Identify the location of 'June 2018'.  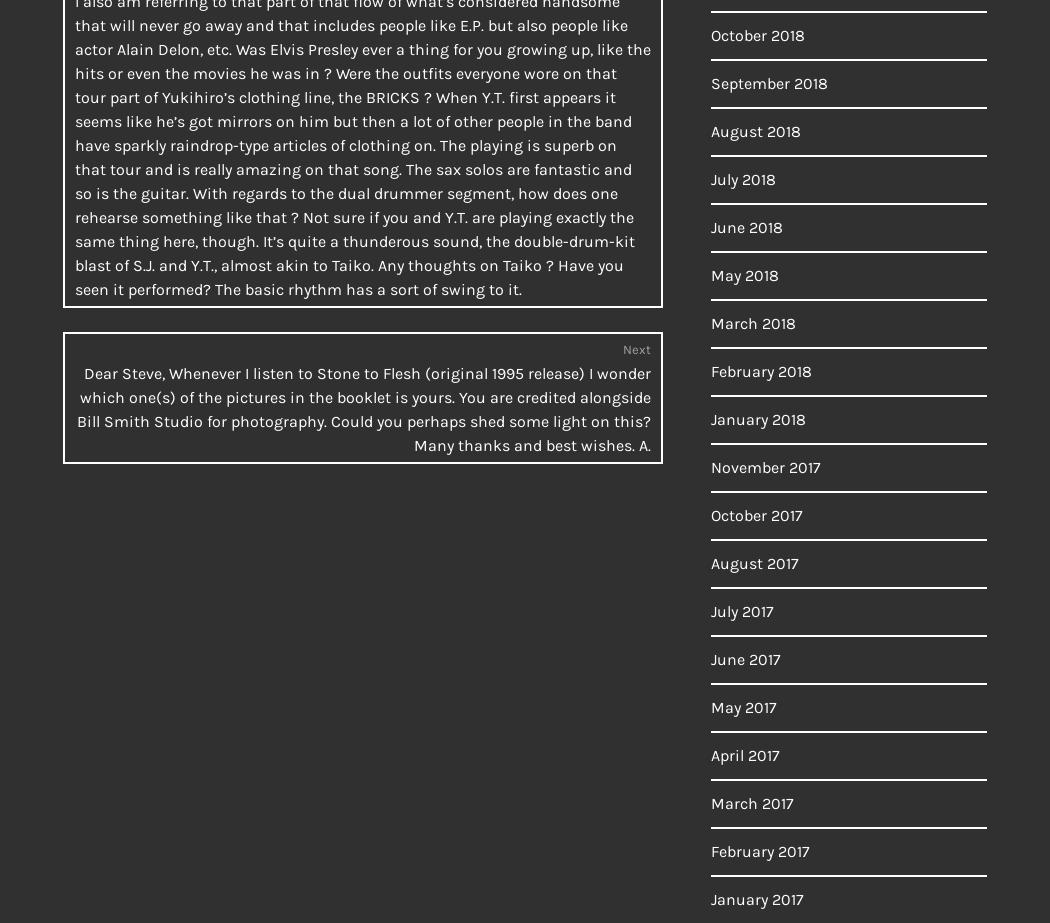
(745, 227).